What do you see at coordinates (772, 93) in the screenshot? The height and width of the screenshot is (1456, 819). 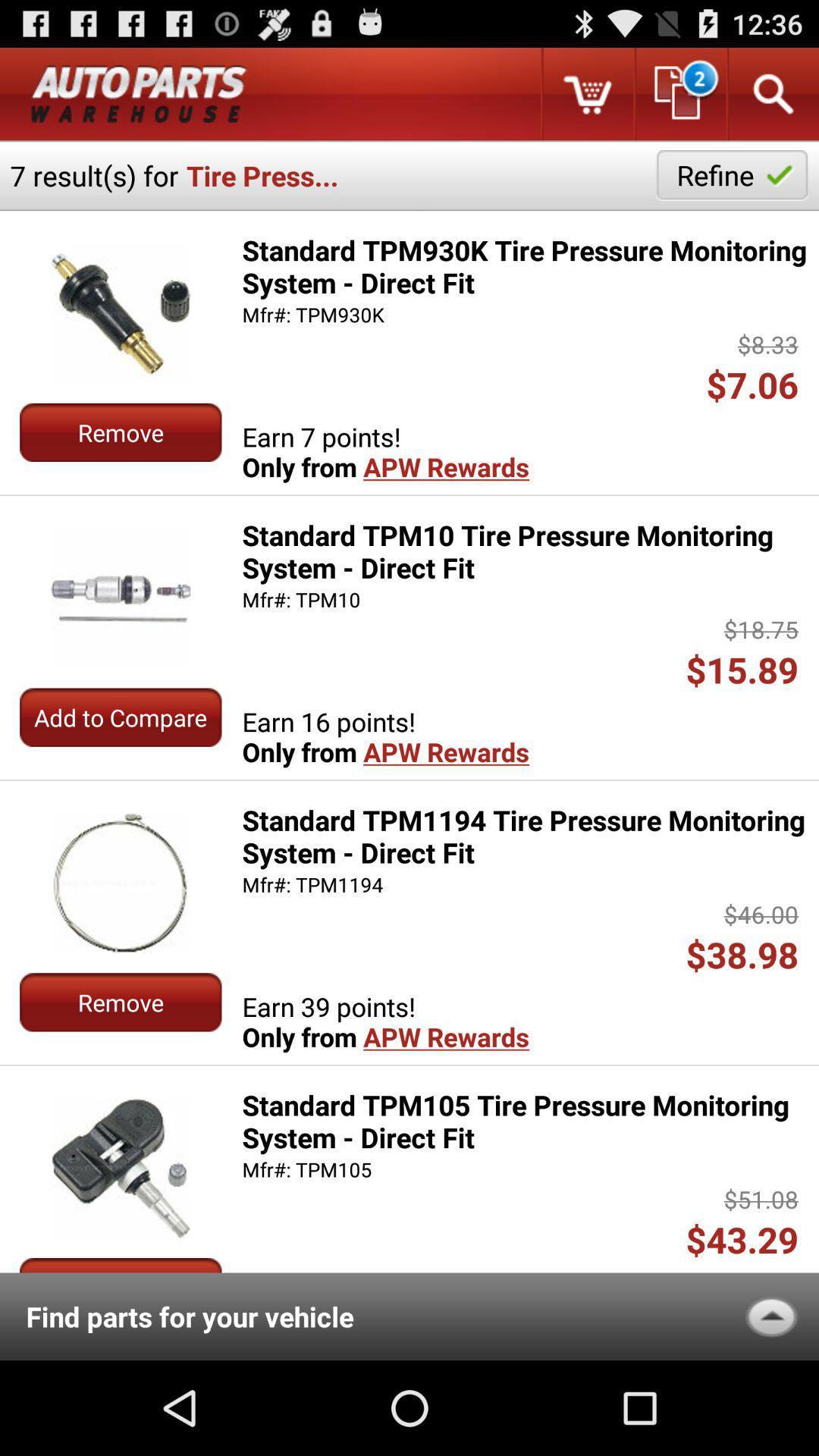 I see `search button` at bounding box center [772, 93].